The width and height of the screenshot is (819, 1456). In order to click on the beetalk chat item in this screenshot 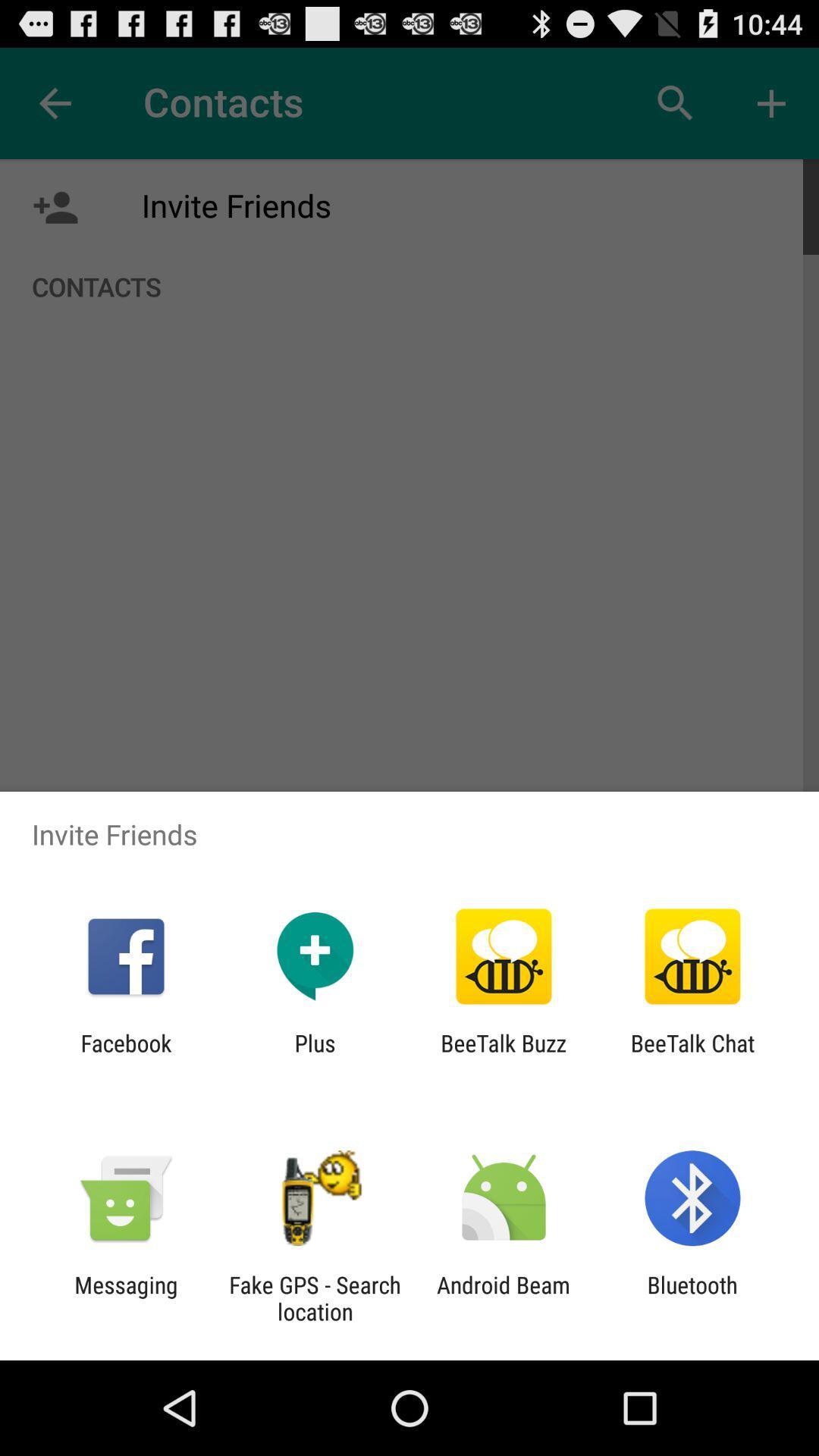, I will do `click(692, 1056)`.